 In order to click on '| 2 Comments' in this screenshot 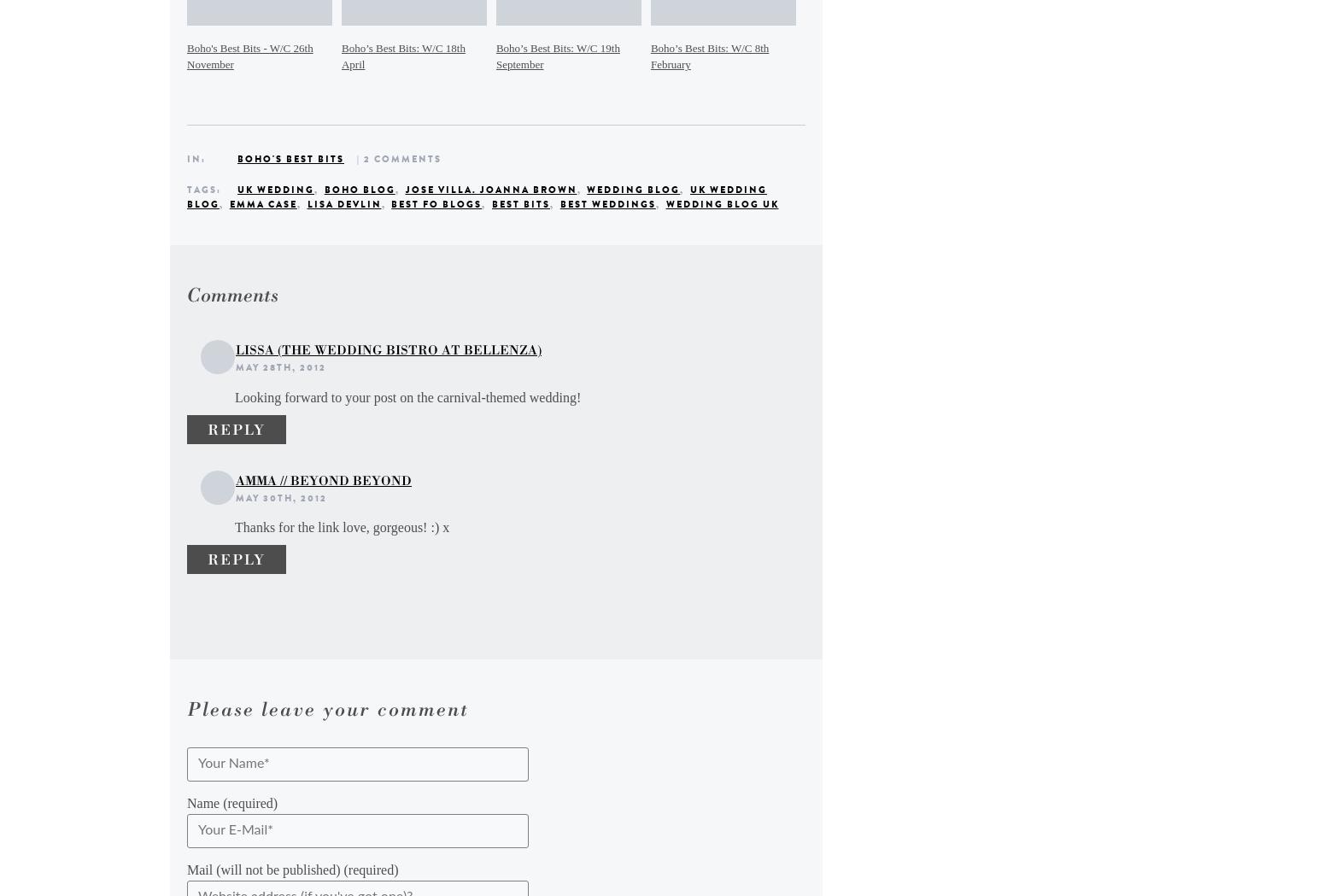, I will do `click(397, 157)`.